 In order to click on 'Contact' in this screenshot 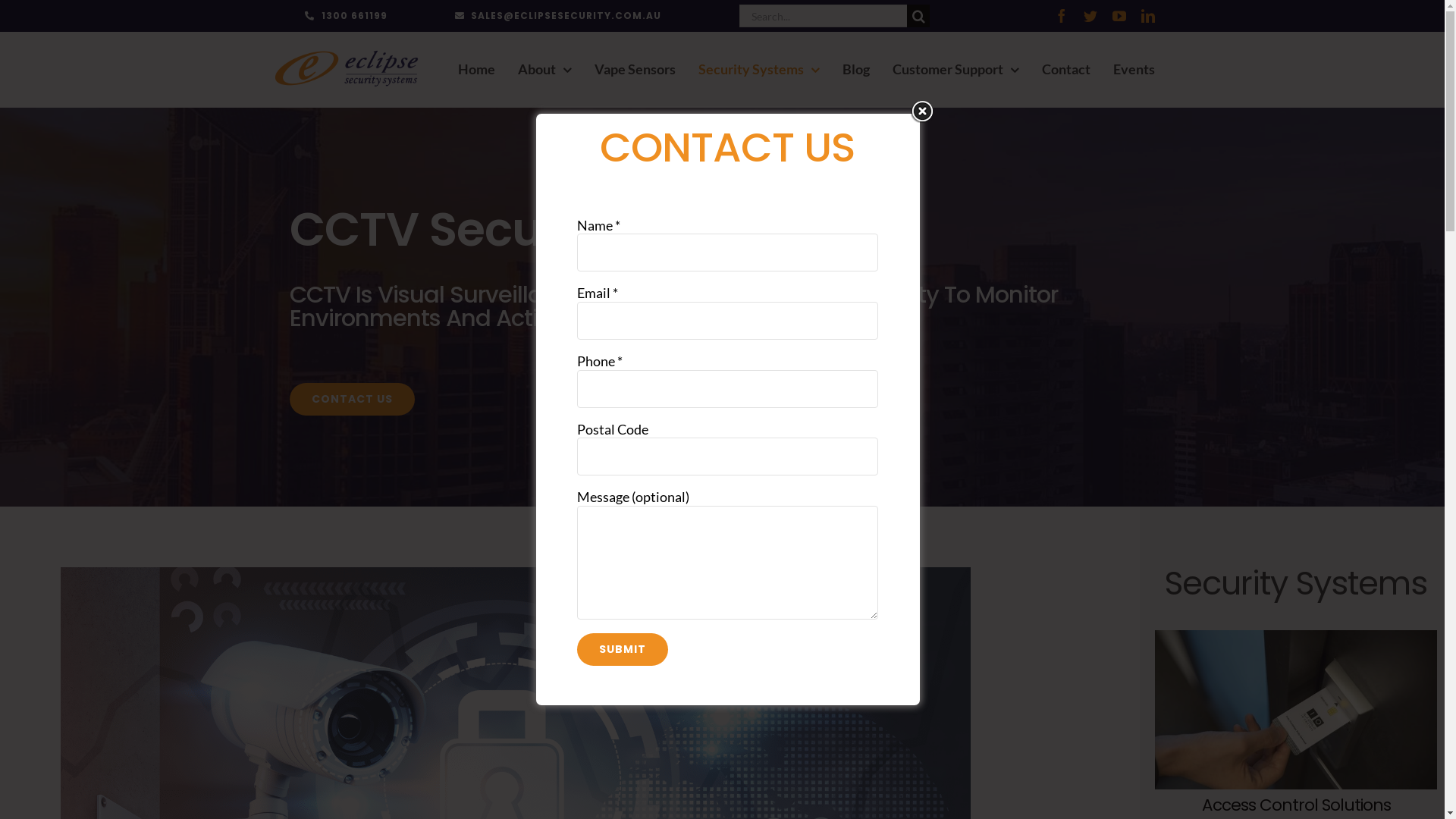, I will do `click(1065, 70)`.